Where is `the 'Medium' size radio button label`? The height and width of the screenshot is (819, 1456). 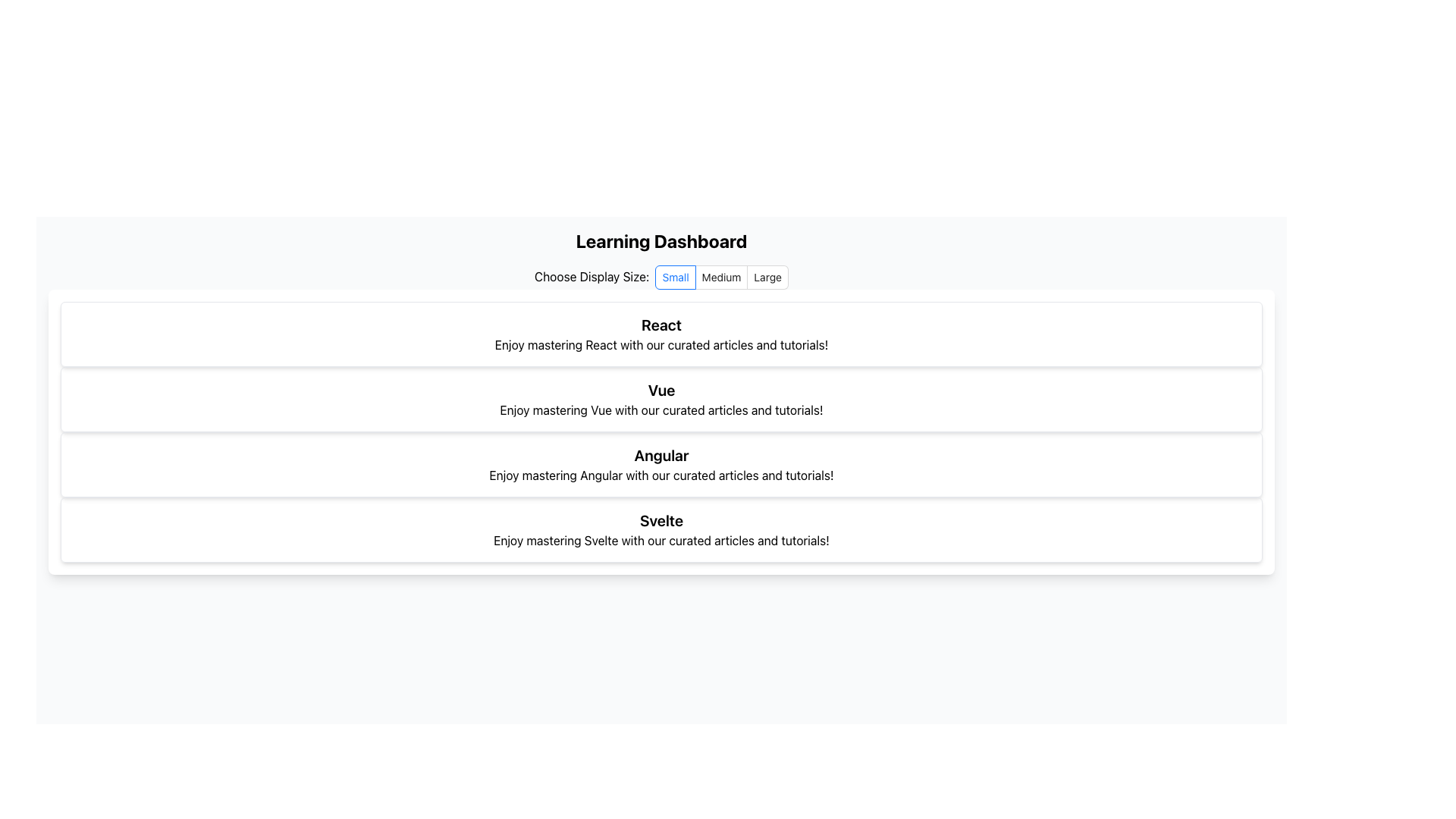 the 'Medium' size radio button label is located at coordinates (720, 277).